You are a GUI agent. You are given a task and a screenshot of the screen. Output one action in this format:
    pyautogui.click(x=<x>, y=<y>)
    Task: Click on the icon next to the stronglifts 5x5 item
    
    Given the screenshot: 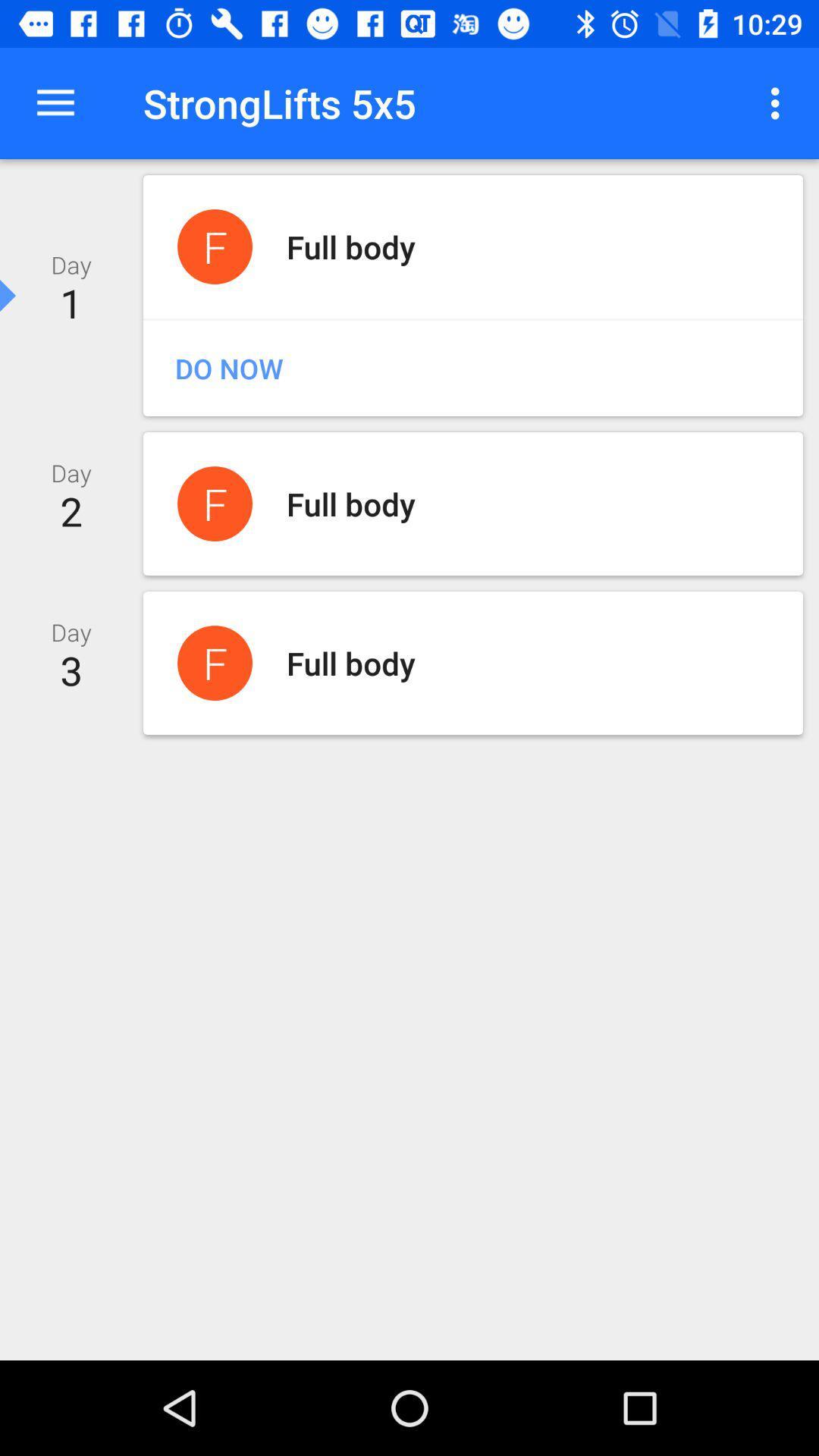 What is the action you would take?
    pyautogui.click(x=55, y=102)
    